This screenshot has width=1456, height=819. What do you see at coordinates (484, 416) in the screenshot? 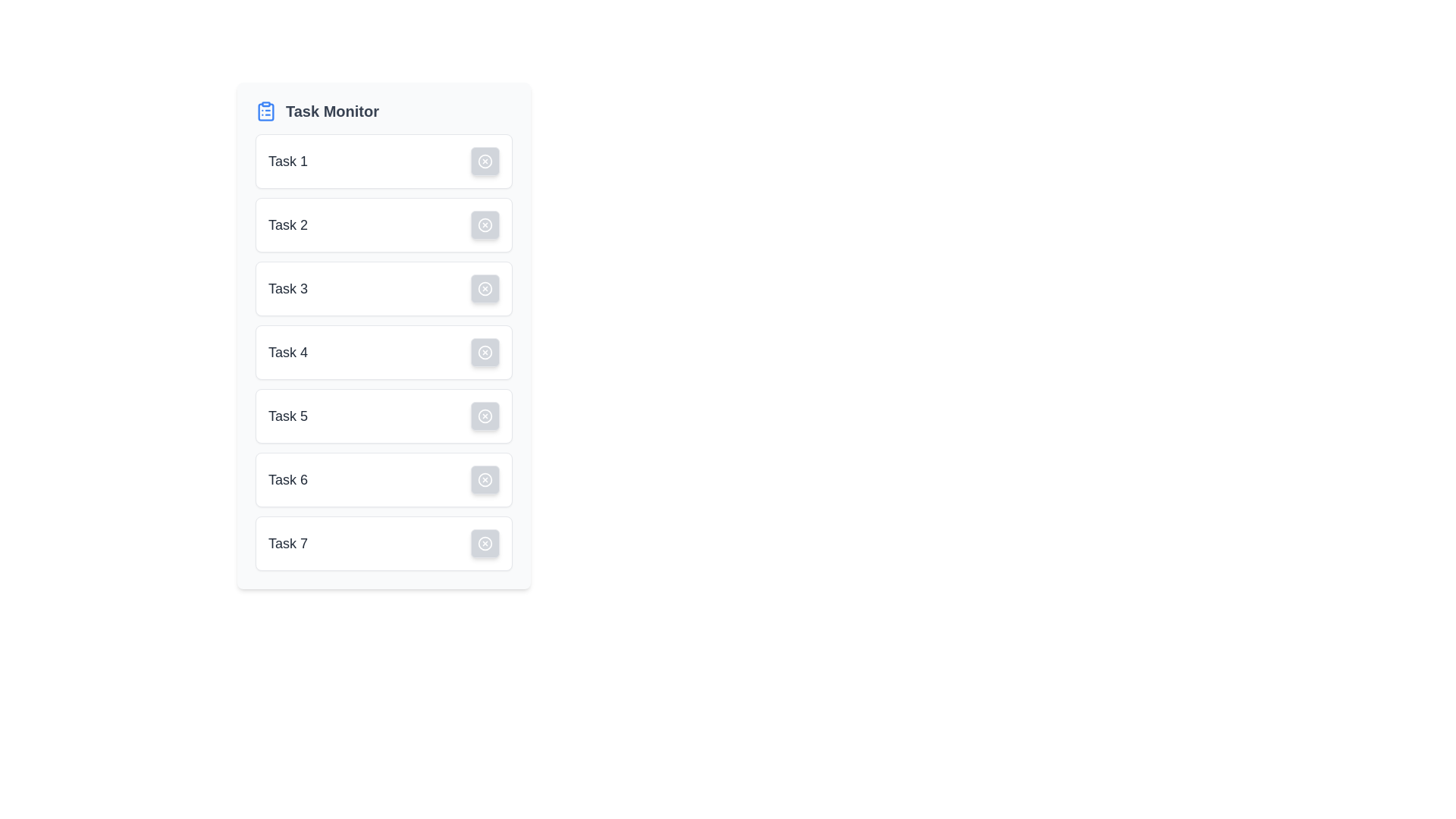
I see `the small gray button with a white circular border and an 'X' mark at its center` at bounding box center [484, 416].